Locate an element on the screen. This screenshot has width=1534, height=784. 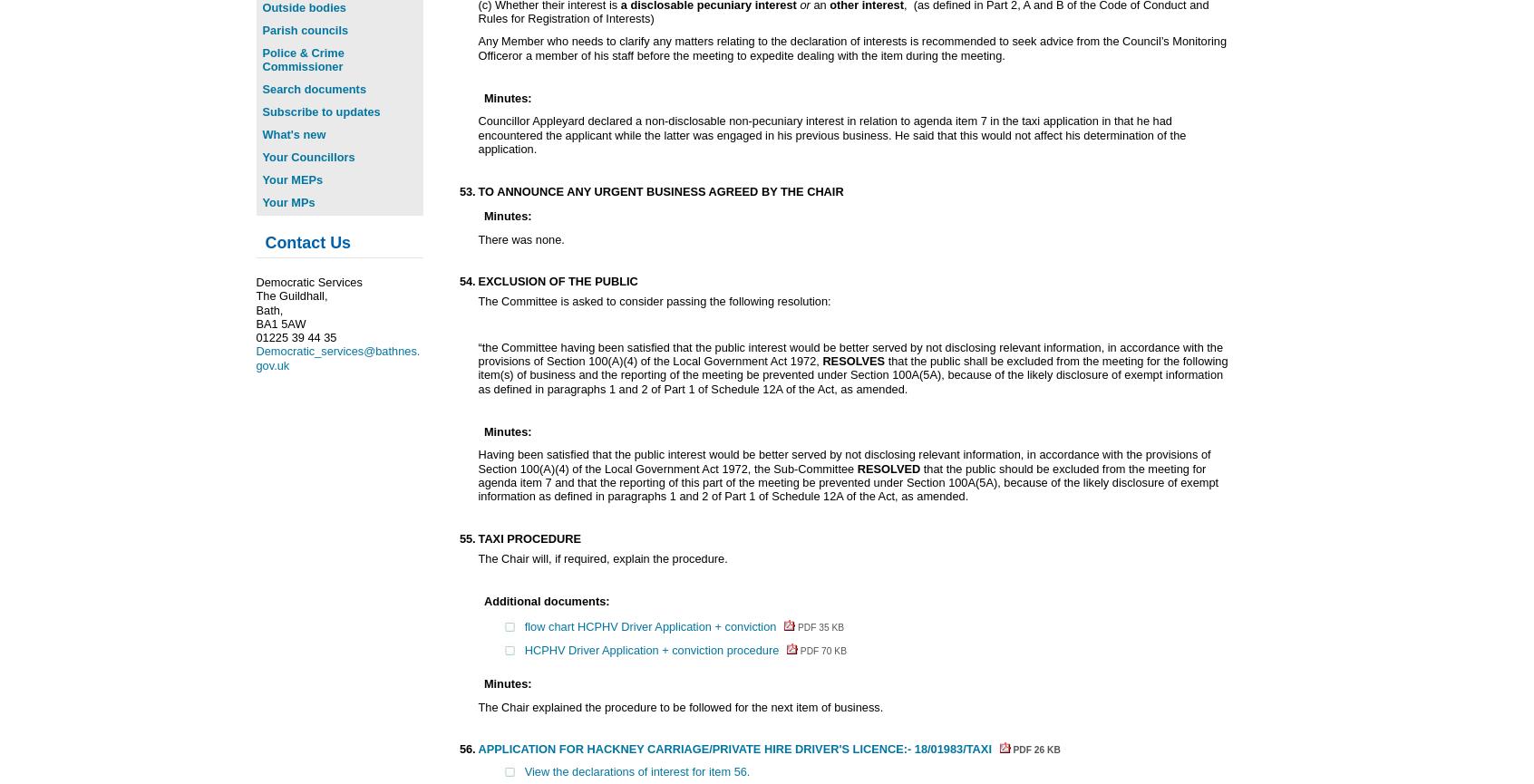
'flow chart HCPHV Driver Application + conviction' is located at coordinates (650, 625).